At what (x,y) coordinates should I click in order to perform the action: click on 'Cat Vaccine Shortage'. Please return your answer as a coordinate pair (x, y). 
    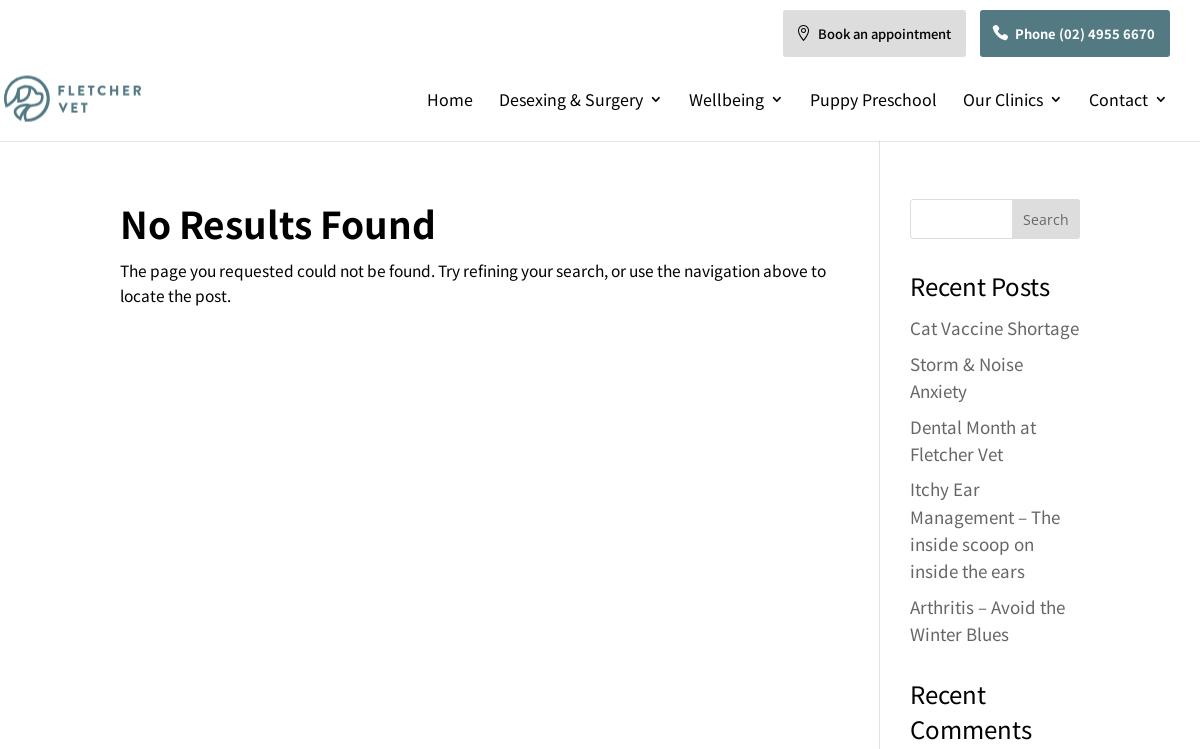
    Looking at the image, I should click on (907, 326).